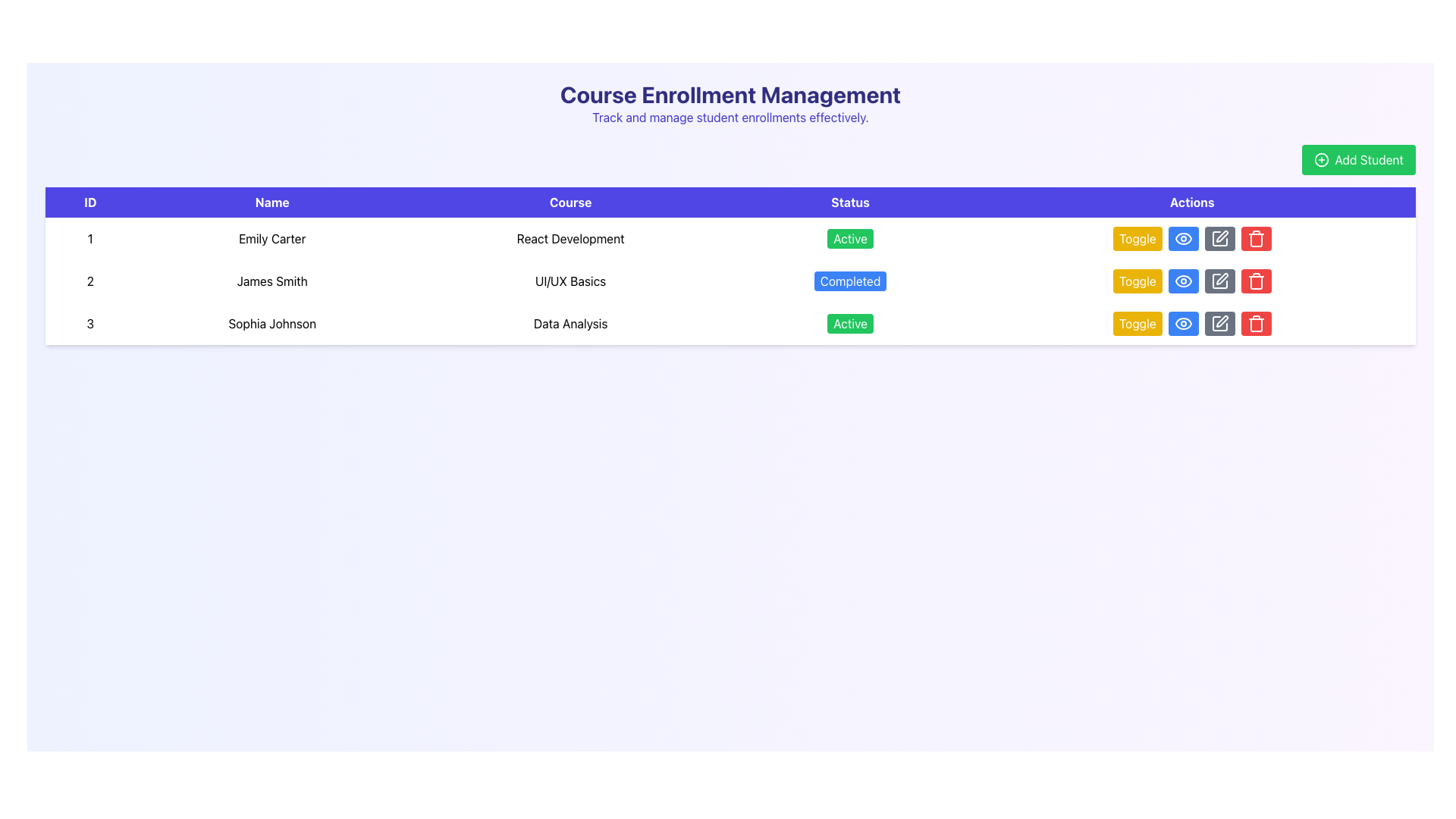  I want to click on the pen icon in the Actions column of the third row to initiate editing, so click(1219, 239).